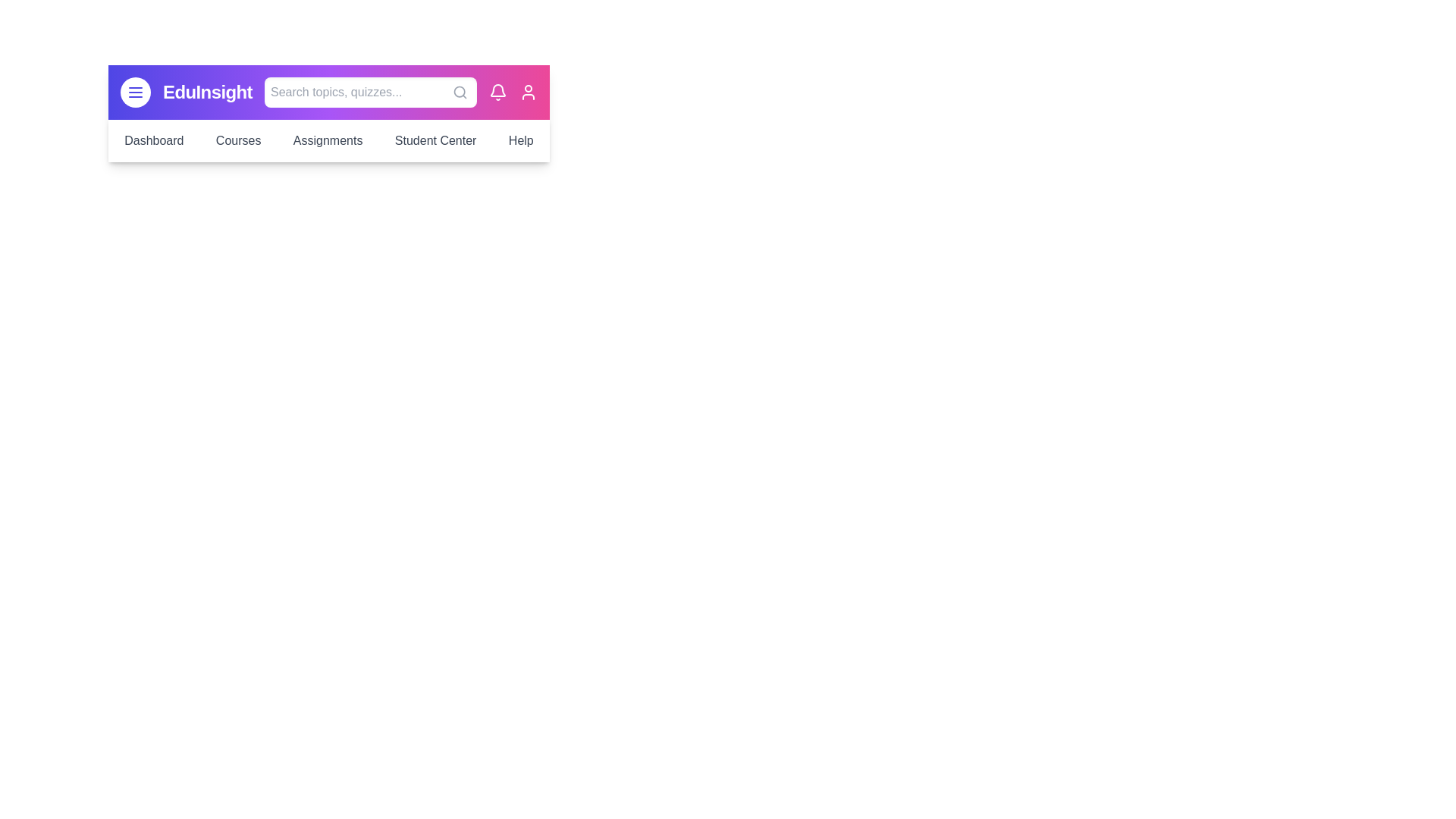 This screenshot has height=819, width=1456. Describe the element at coordinates (135, 93) in the screenshot. I see `the menu button to toggle the menu open/close state` at that location.